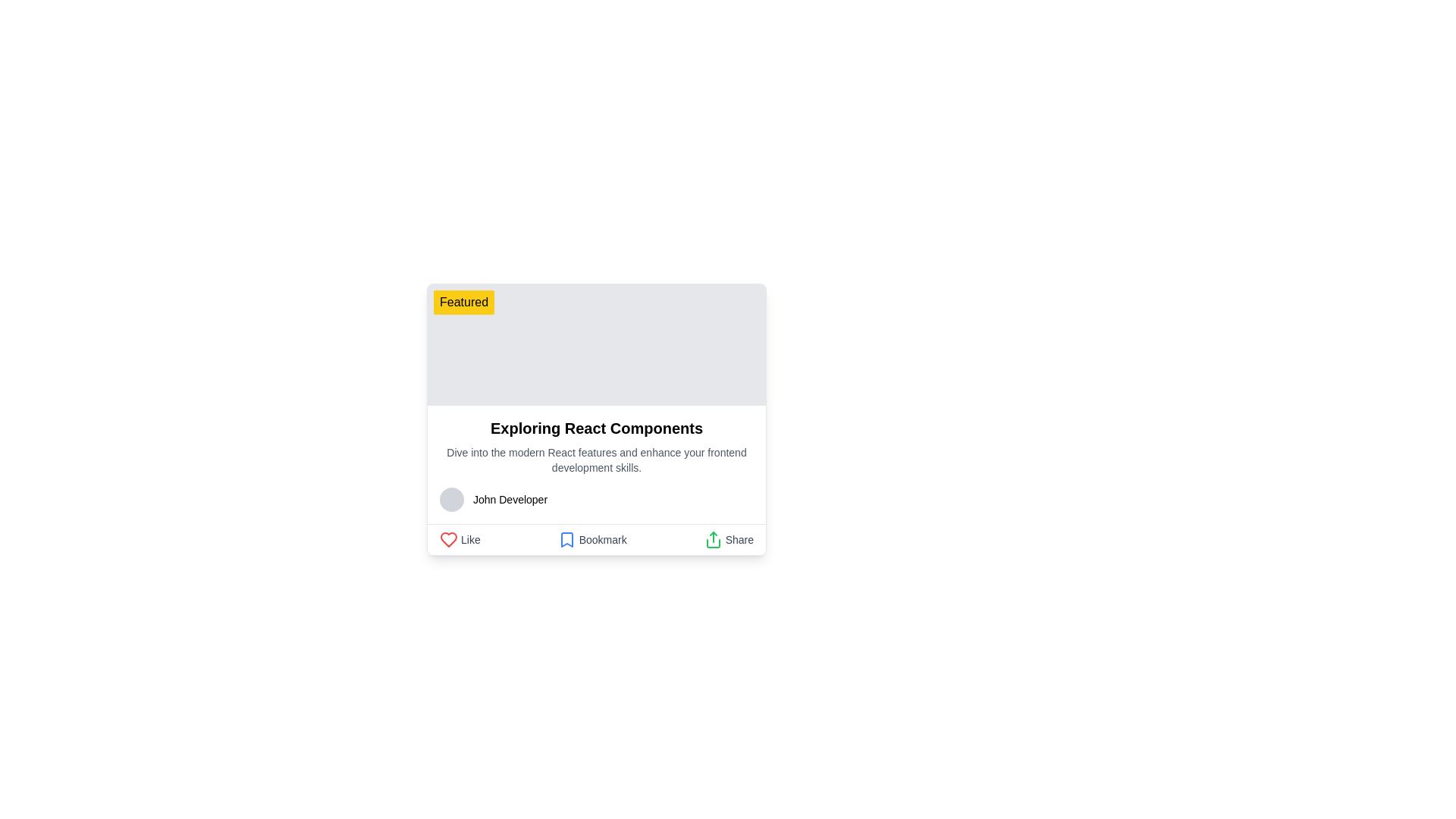  Describe the element at coordinates (729, 539) in the screenshot. I see `the green share button that has an upward arrow icon and the word 'Share' in gray text, located at the rightmost position of three buttons at the bottom of a content card` at that location.